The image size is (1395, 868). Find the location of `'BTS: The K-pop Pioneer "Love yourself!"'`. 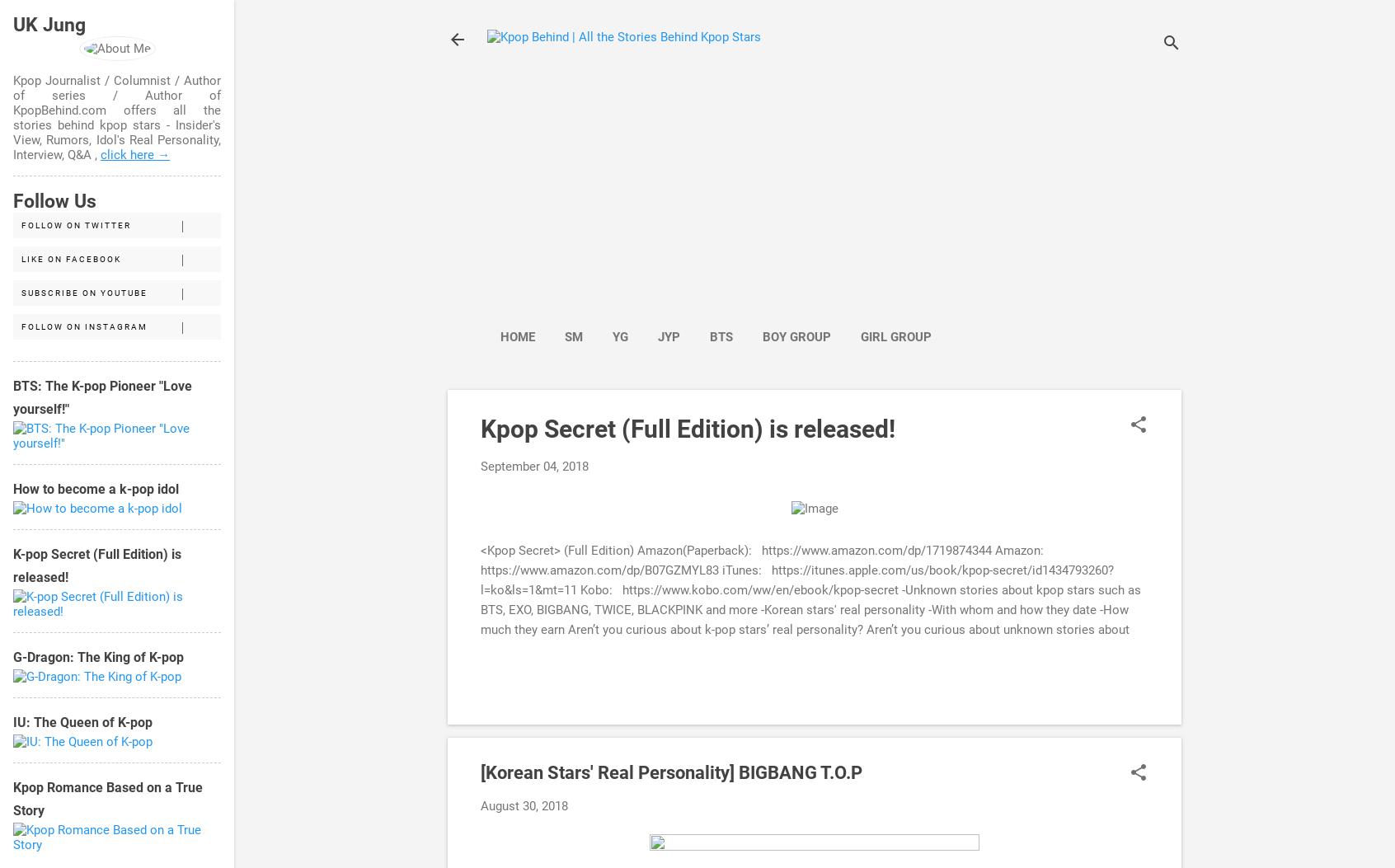

'BTS: The K-pop Pioneer "Love yourself!"' is located at coordinates (102, 397).